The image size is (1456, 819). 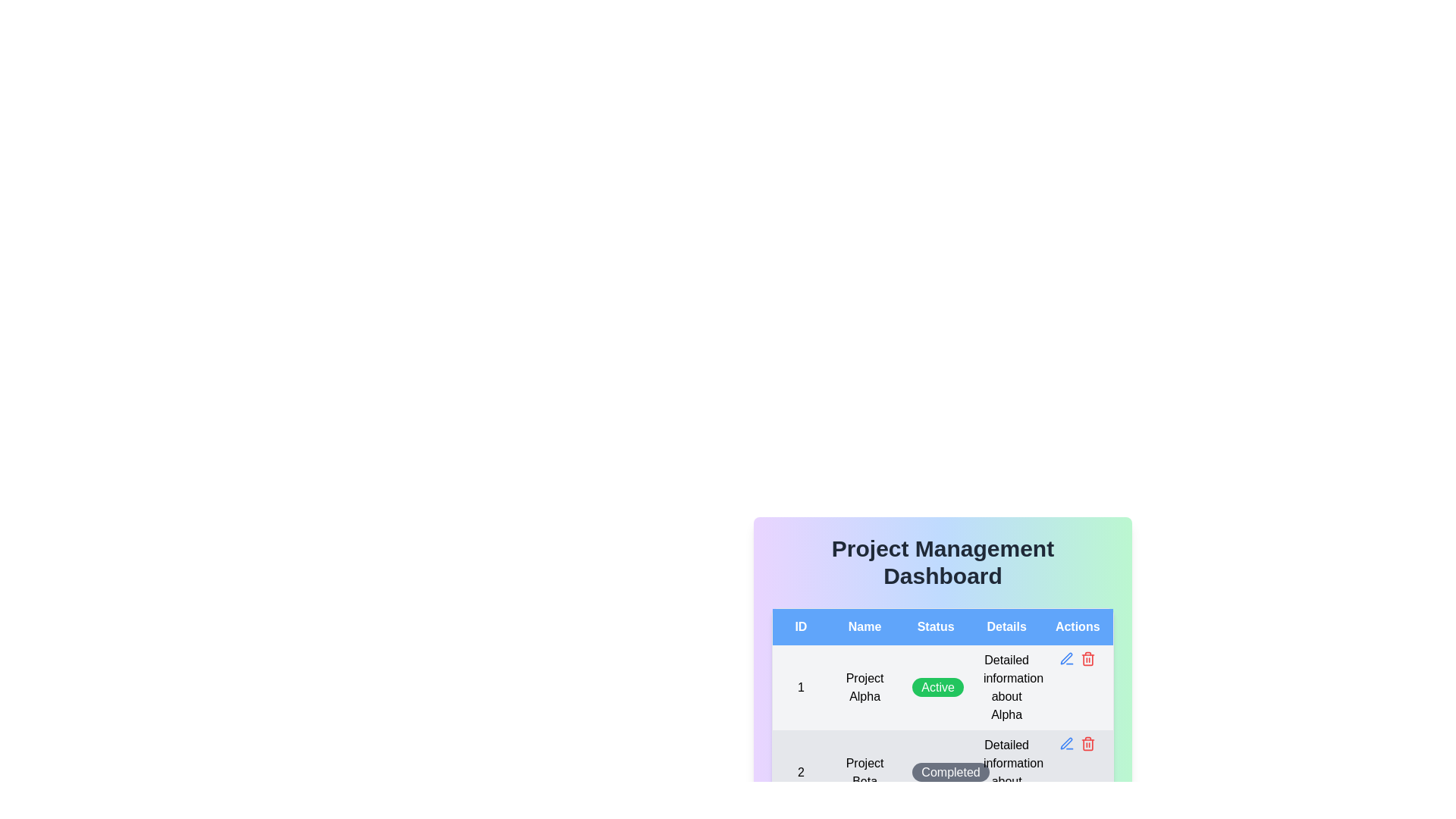 I want to click on the 'Details' text label in the fourth column of the table header, which features white text on a blue background and is aligned with other header cells, so click(x=1006, y=626).